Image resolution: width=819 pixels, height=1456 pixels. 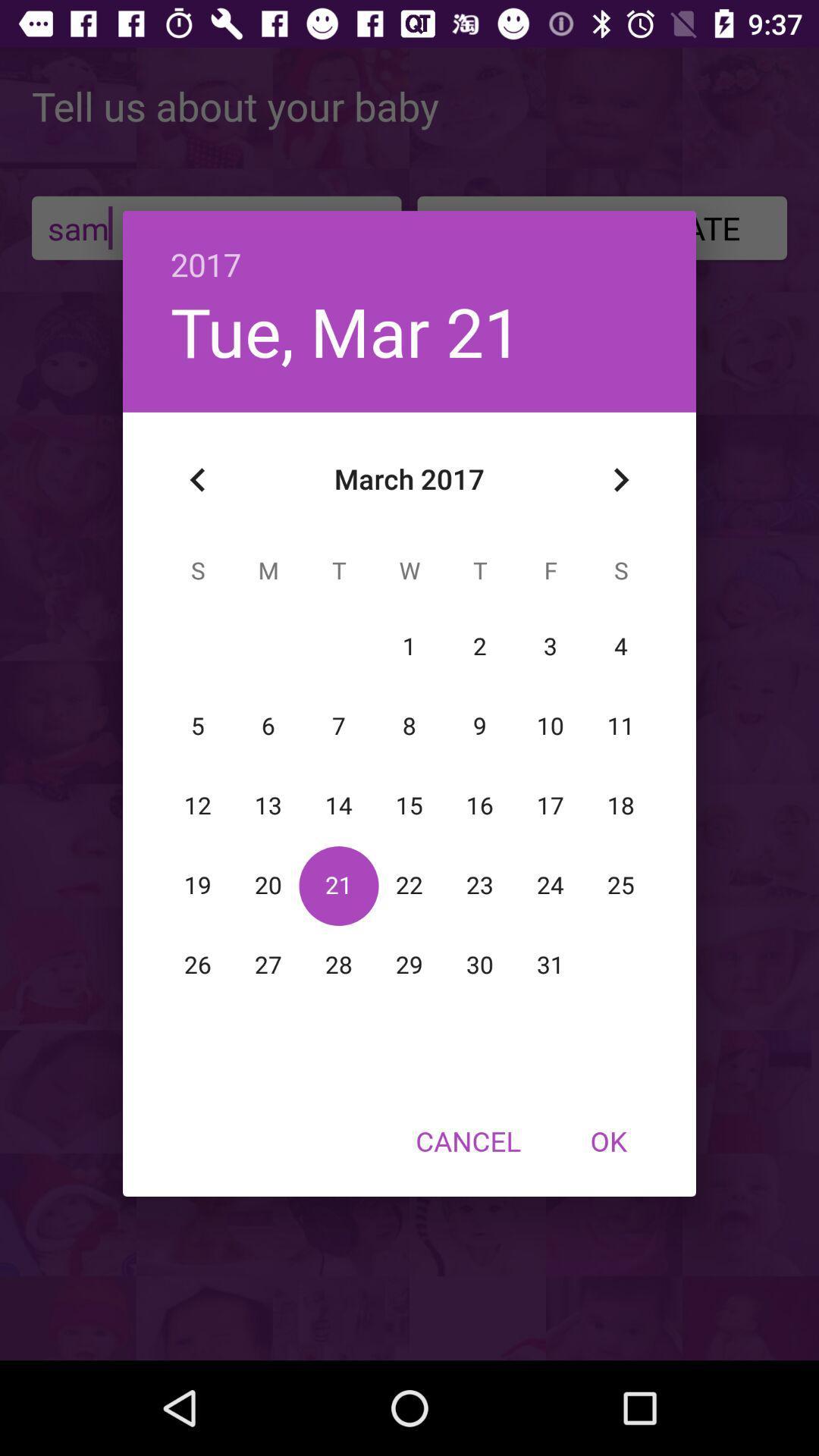 I want to click on the icon above the ok item, so click(x=620, y=479).